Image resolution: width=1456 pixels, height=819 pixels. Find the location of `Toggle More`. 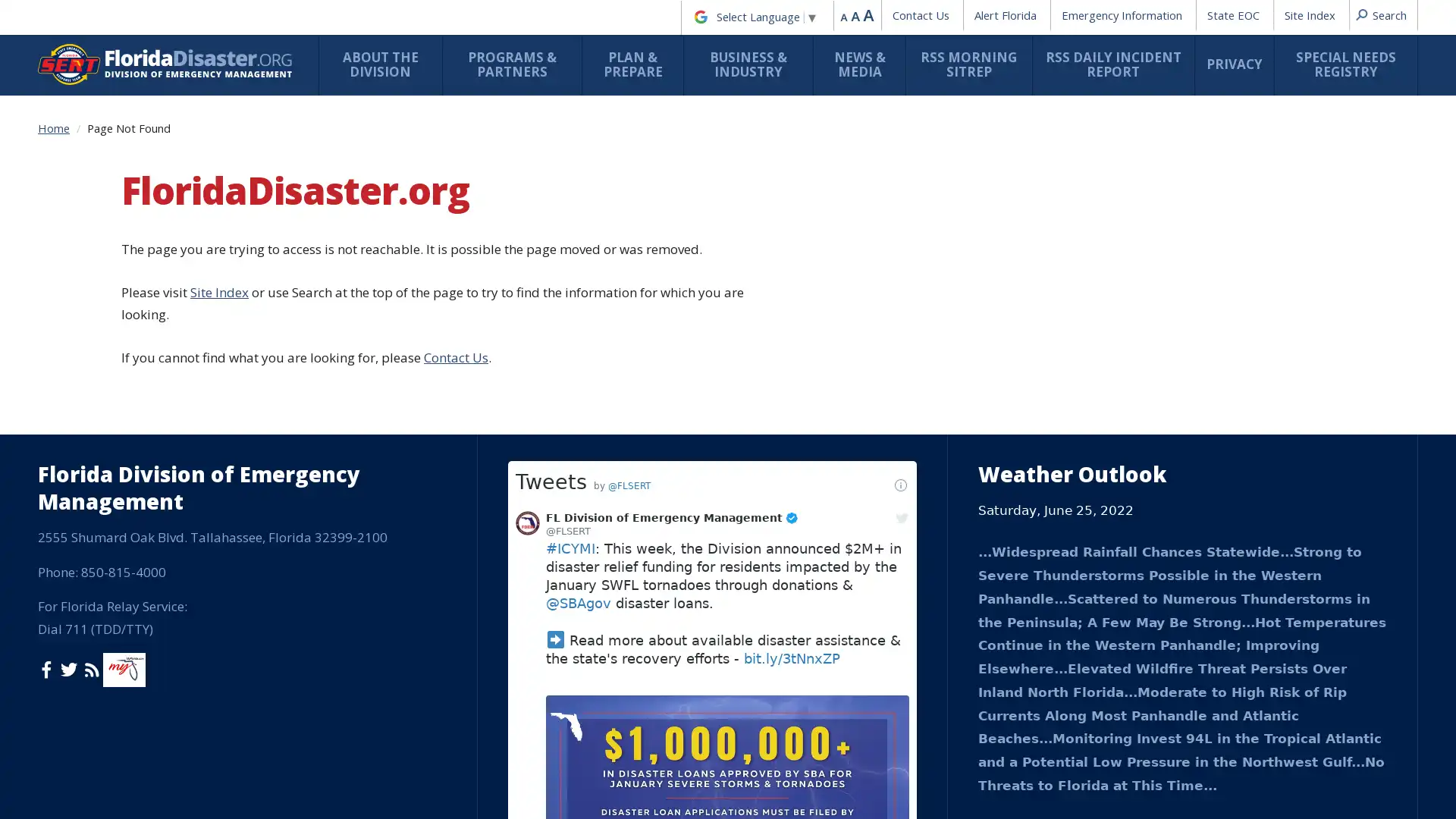

Toggle More is located at coordinates (607, 512).